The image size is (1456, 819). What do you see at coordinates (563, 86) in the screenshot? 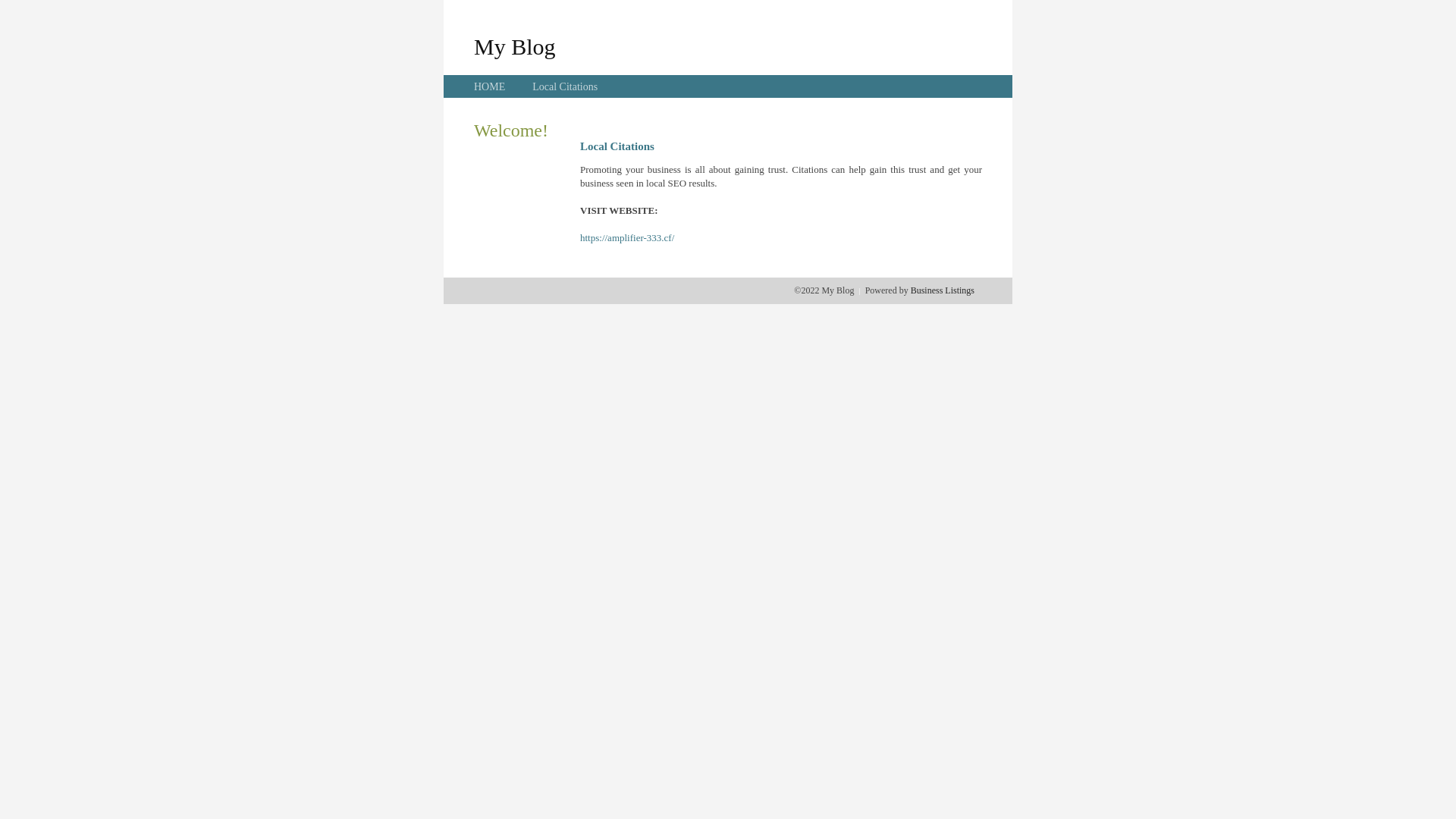
I see `'Local Citations'` at bounding box center [563, 86].